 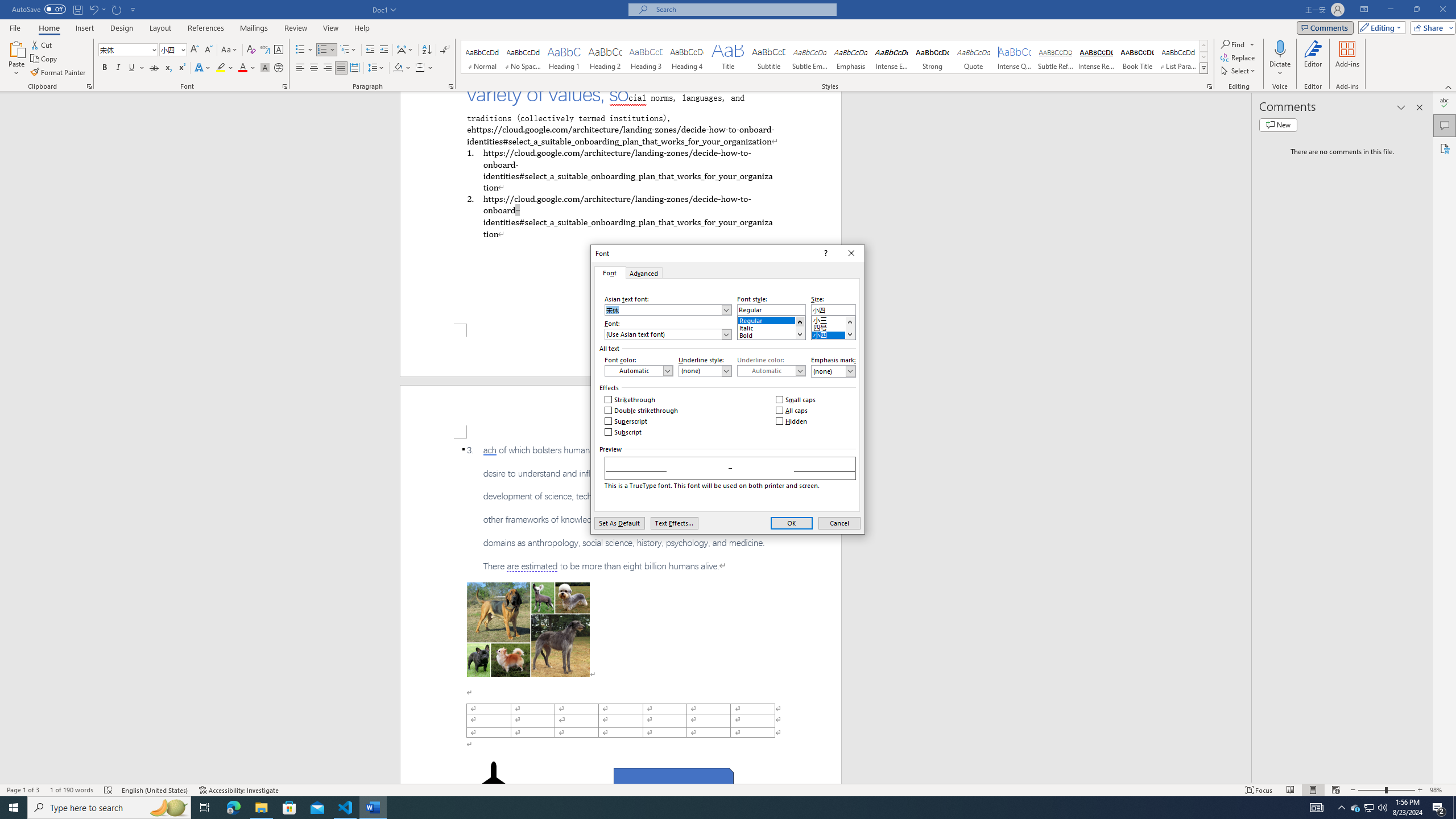 What do you see at coordinates (849, 321) in the screenshot?
I see `'Line up'` at bounding box center [849, 321].